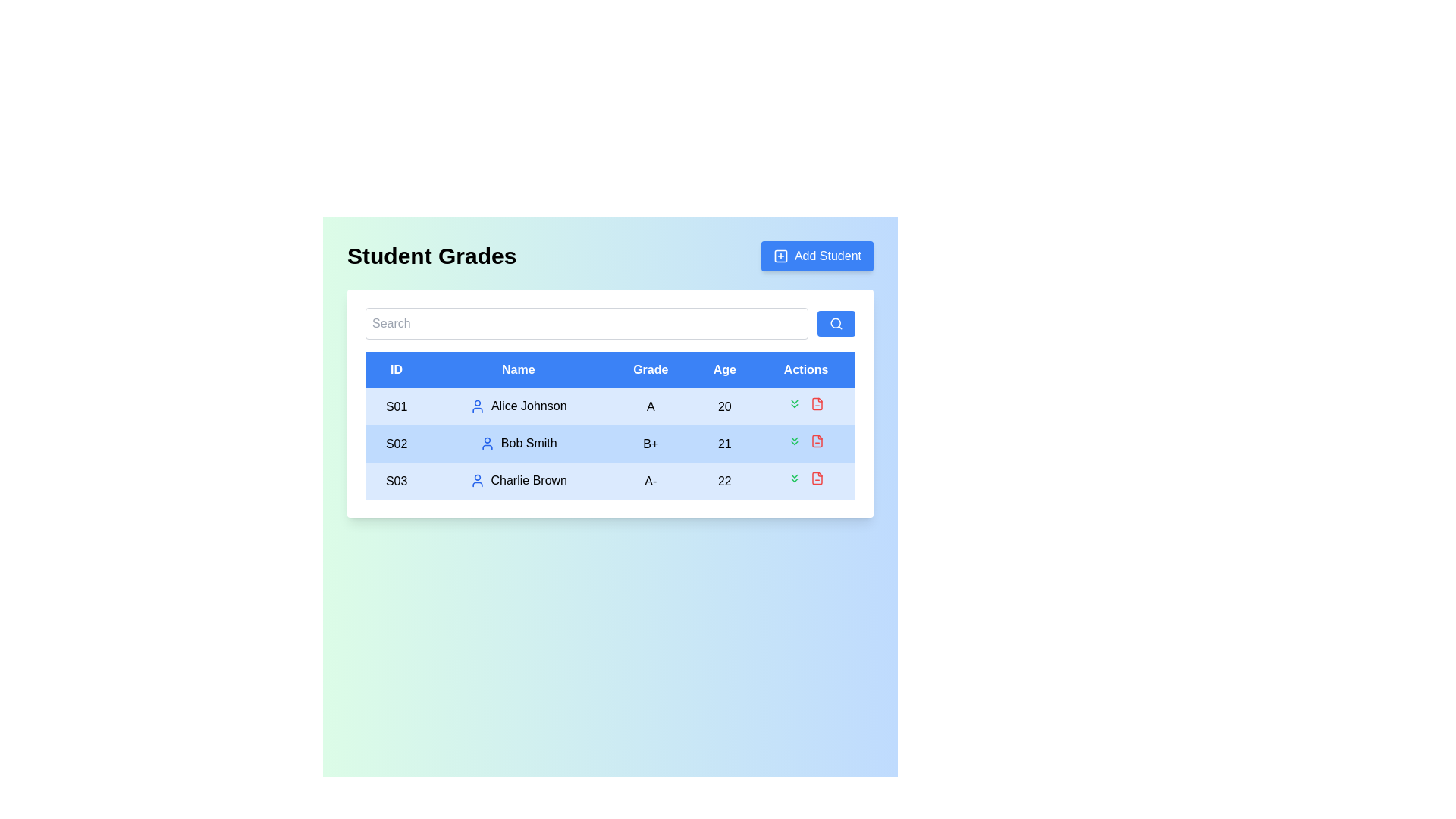 Image resolution: width=1456 pixels, height=819 pixels. I want to click on the Text label displaying the age of 'Bob Smith' in the fourth cell of the second row of the table under the 'Age' column, so click(723, 444).